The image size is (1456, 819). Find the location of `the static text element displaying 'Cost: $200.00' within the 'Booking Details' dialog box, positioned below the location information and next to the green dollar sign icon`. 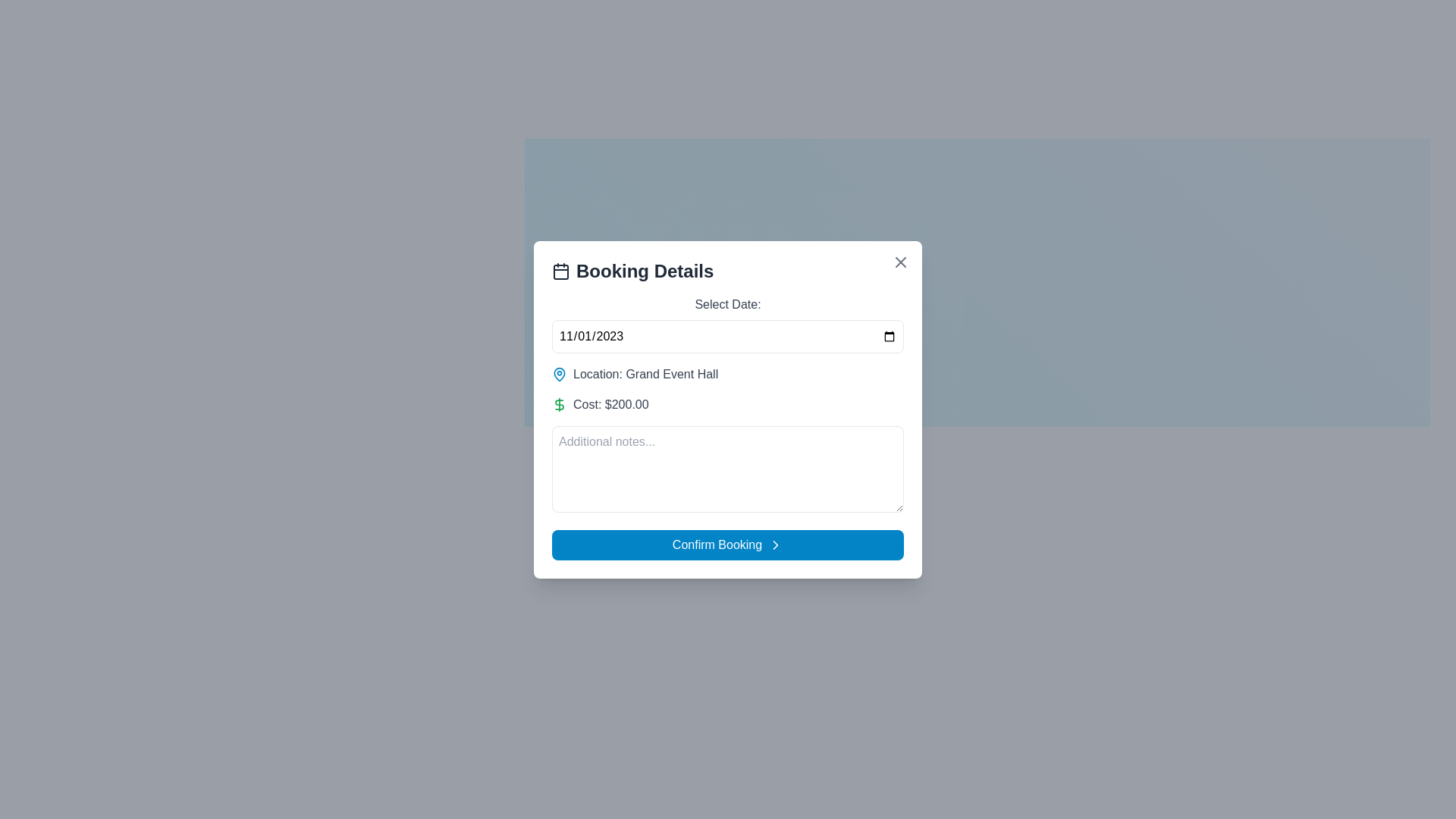

the static text element displaying 'Cost: $200.00' within the 'Booking Details' dialog box, positioned below the location information and next to the green dollar sign icon is located at coordinates (610, 403).